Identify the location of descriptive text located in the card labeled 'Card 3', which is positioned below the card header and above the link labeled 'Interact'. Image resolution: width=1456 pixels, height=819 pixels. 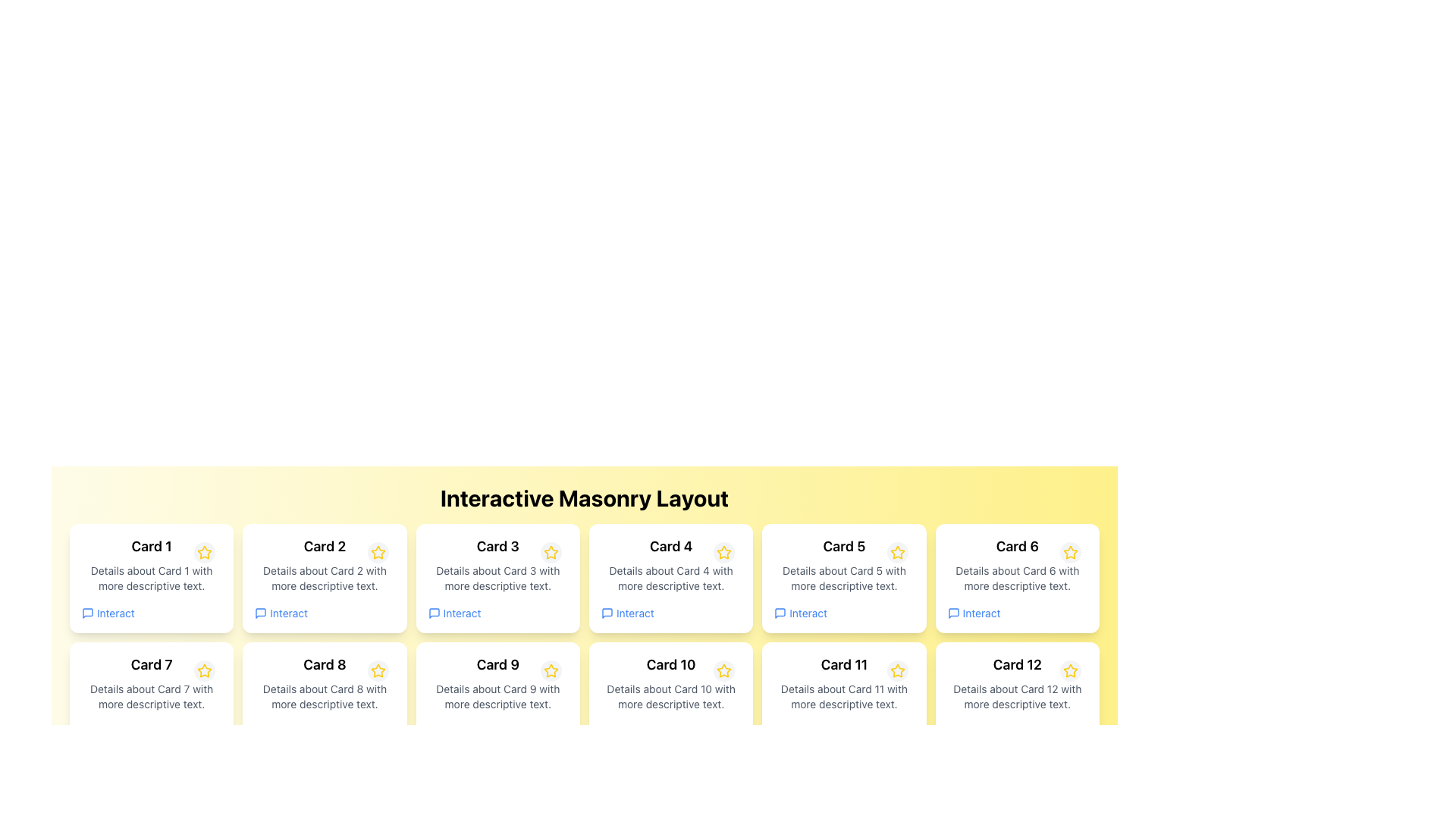
(497, 579).